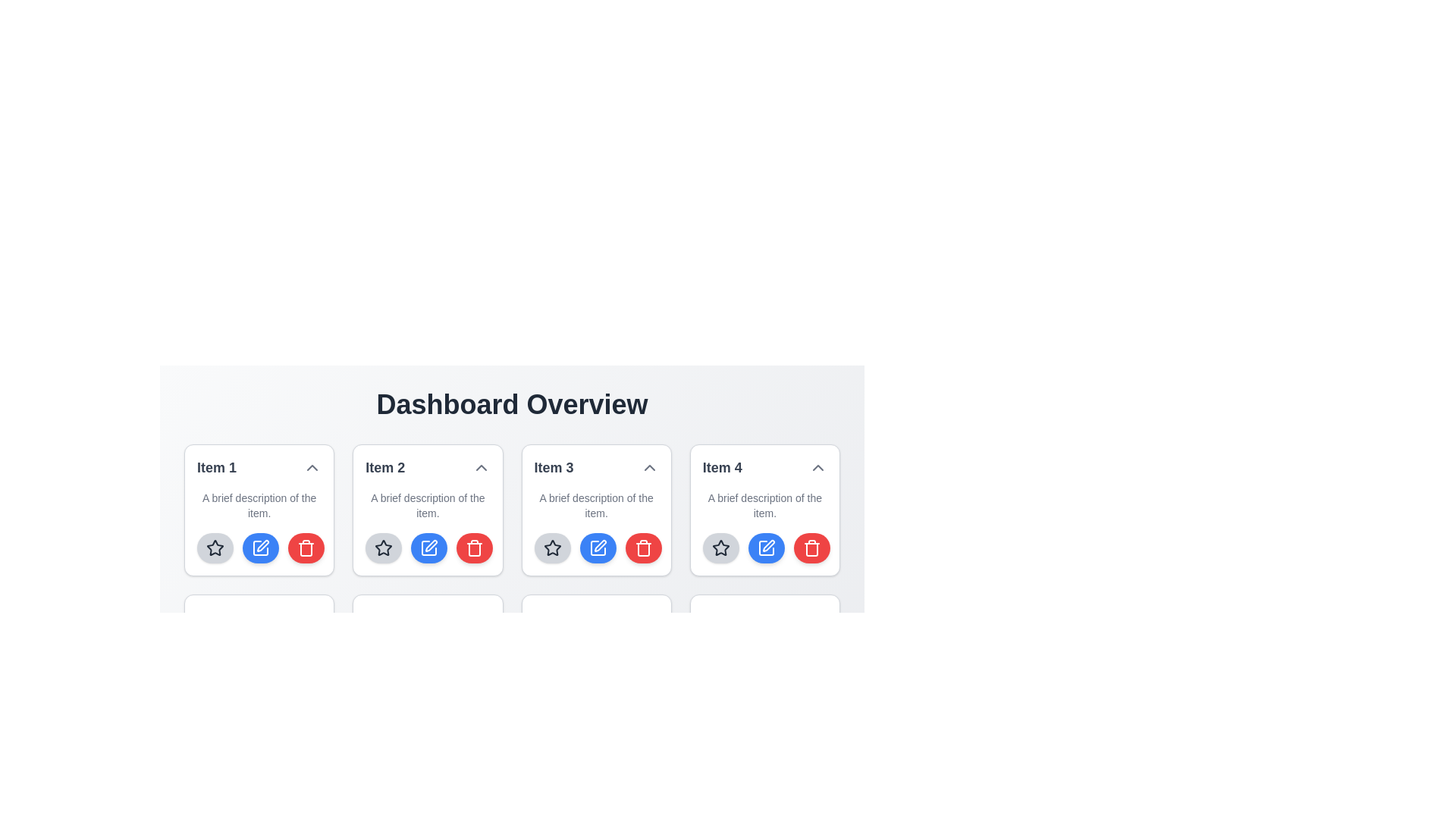 The height and width of the screenshot is (819, 1456). What do you see at coordinates (261, 548) in the screenshot?
I see `the circular blue button with a white pen icon in the center, located in the middle of the bottom row of buttons in the first card of the dashboard` at bounding box center [261, 548].